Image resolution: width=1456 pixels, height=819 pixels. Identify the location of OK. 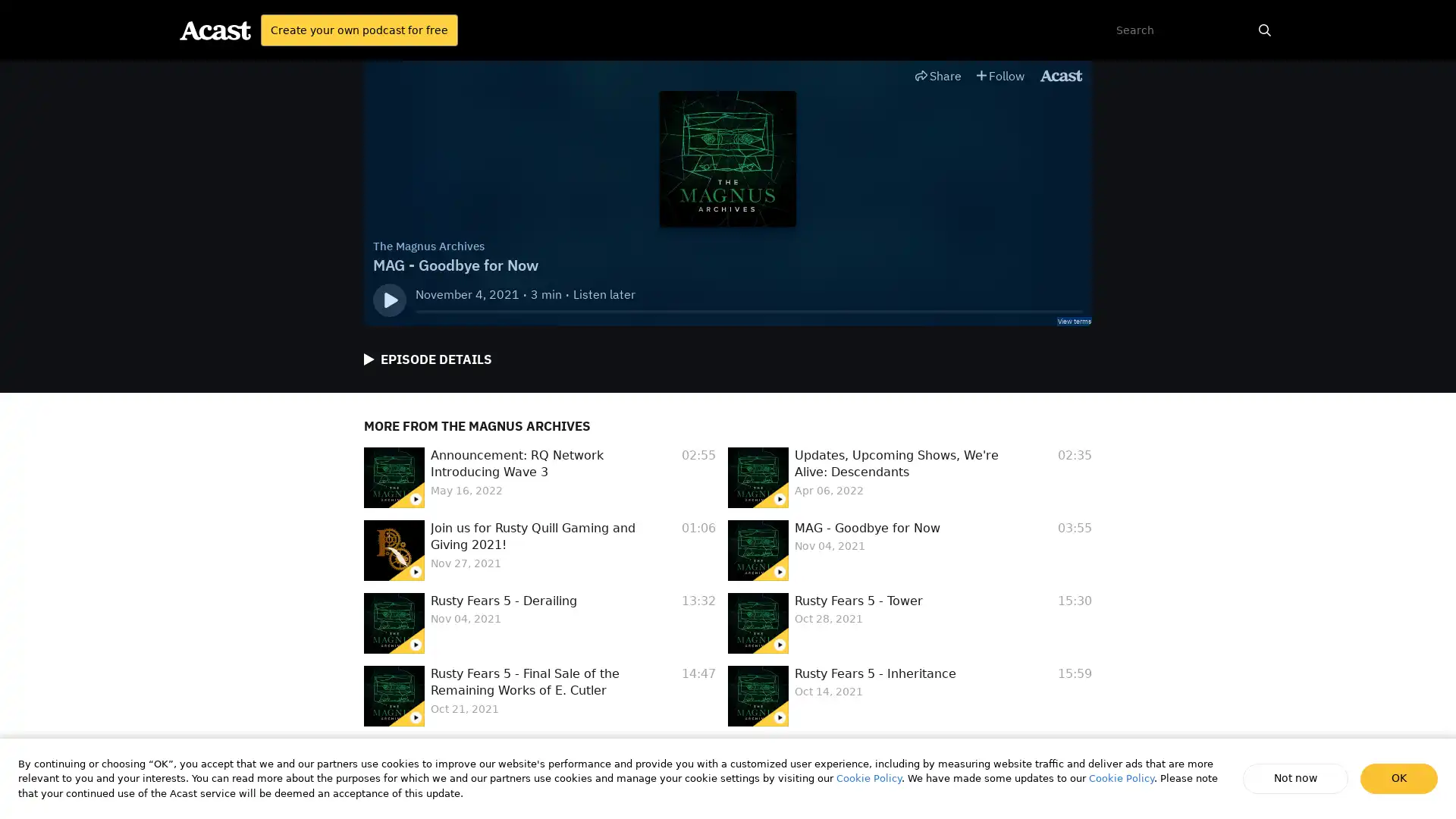
(1398, 778).